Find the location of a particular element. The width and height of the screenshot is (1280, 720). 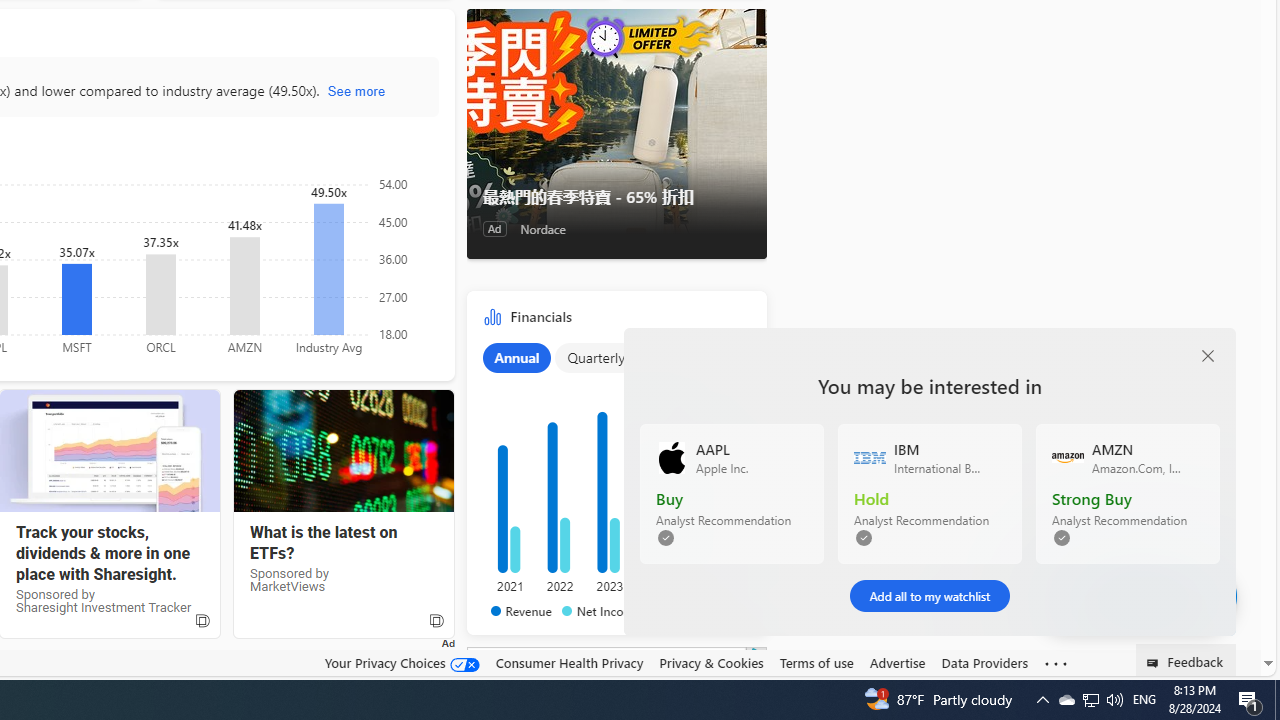

'Class: feedback_link_icon-DS-EntryPoint1-1' is located at coordinates (1156, 663).